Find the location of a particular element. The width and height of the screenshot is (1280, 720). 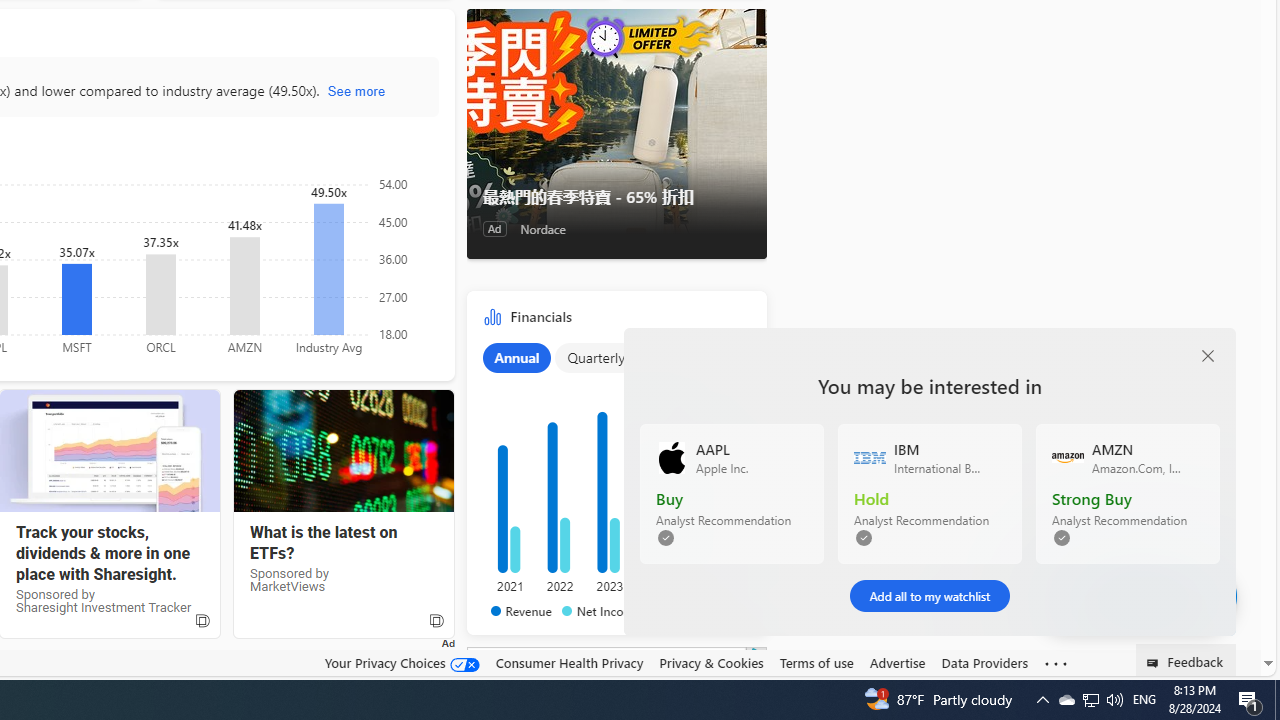

'Class: feedback_link_icon-DS-EntryPoint1-1' is located at coordinates (1156, 663).